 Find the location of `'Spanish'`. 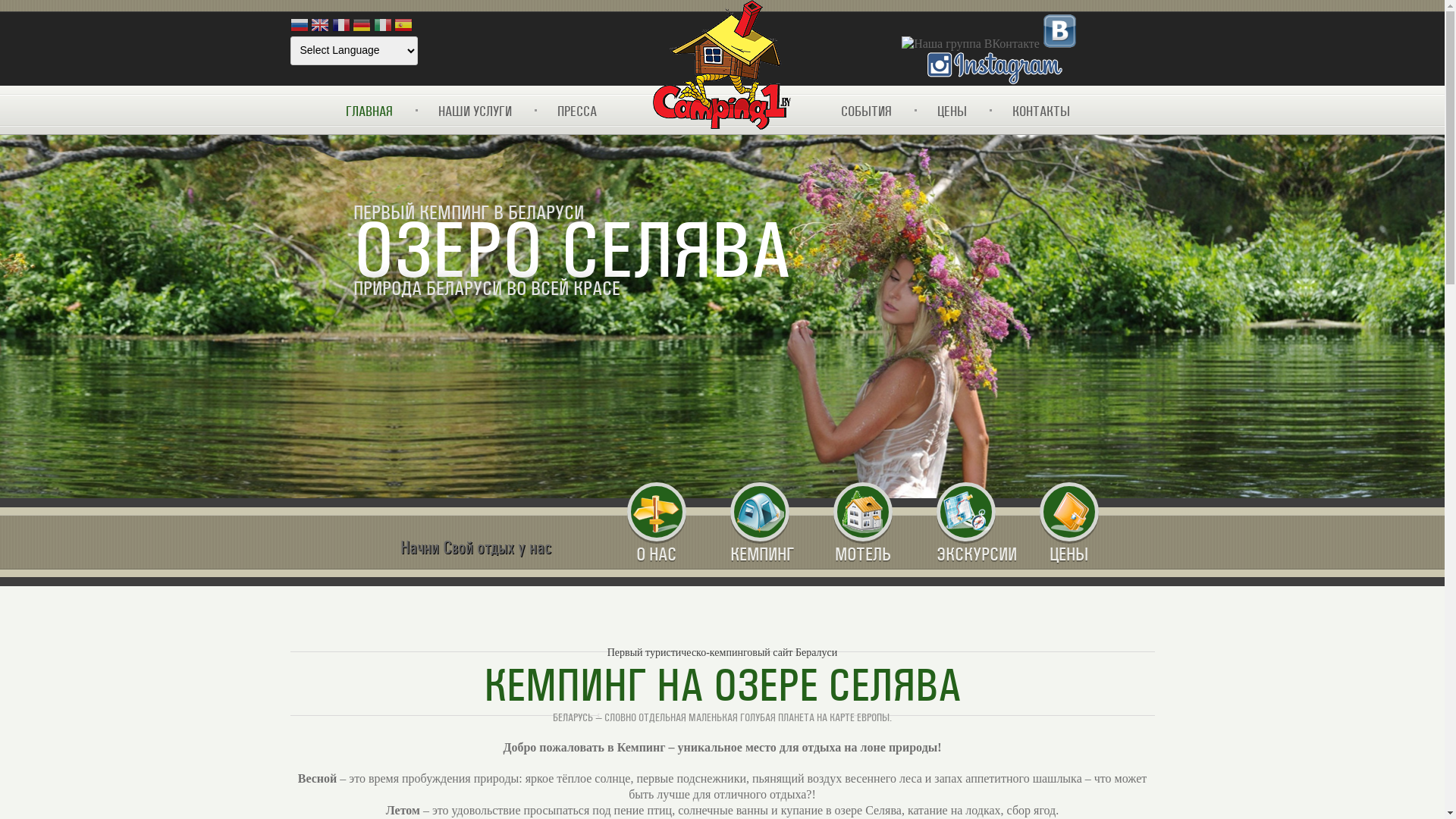

'Spanish' is located at coordinates (403, 26).